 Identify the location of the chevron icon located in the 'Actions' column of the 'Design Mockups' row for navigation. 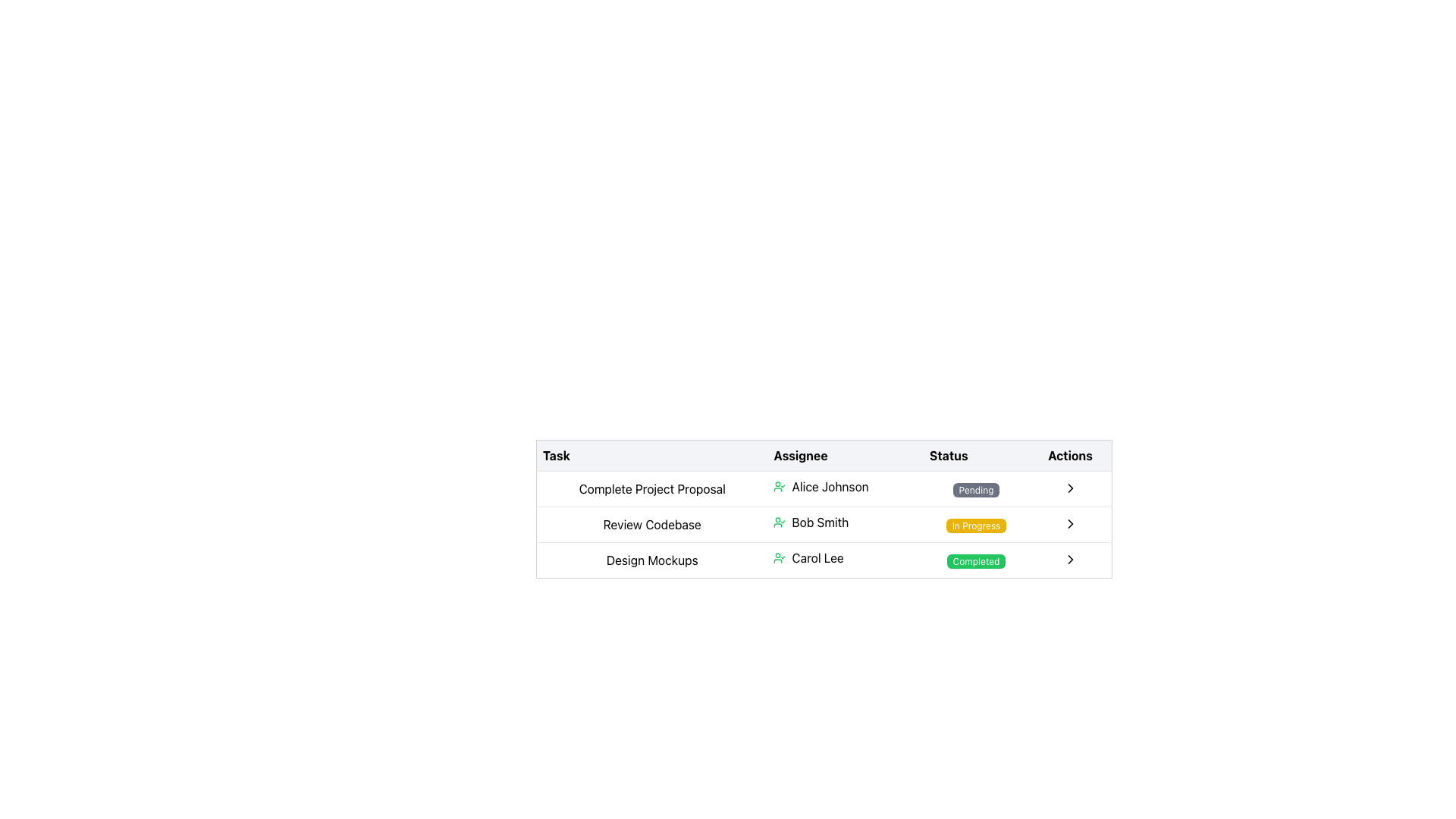
(1069, 560).